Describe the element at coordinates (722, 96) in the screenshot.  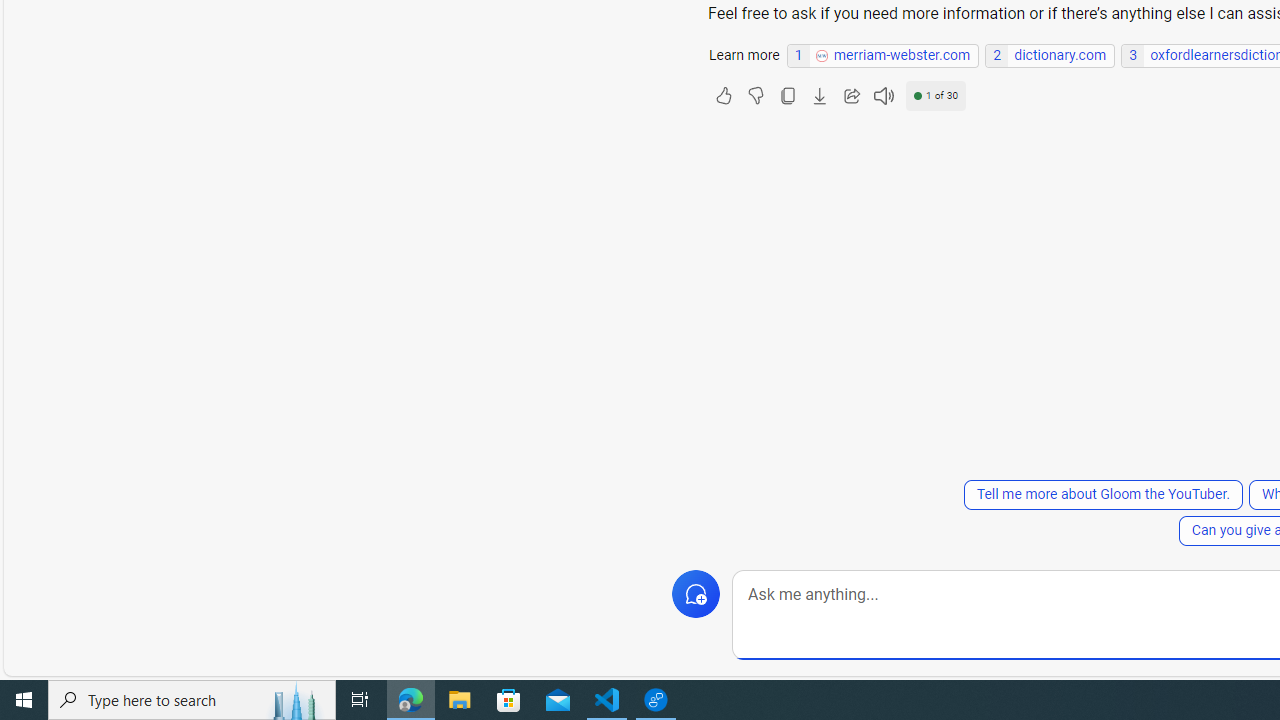
I see `'Like'` at that location.